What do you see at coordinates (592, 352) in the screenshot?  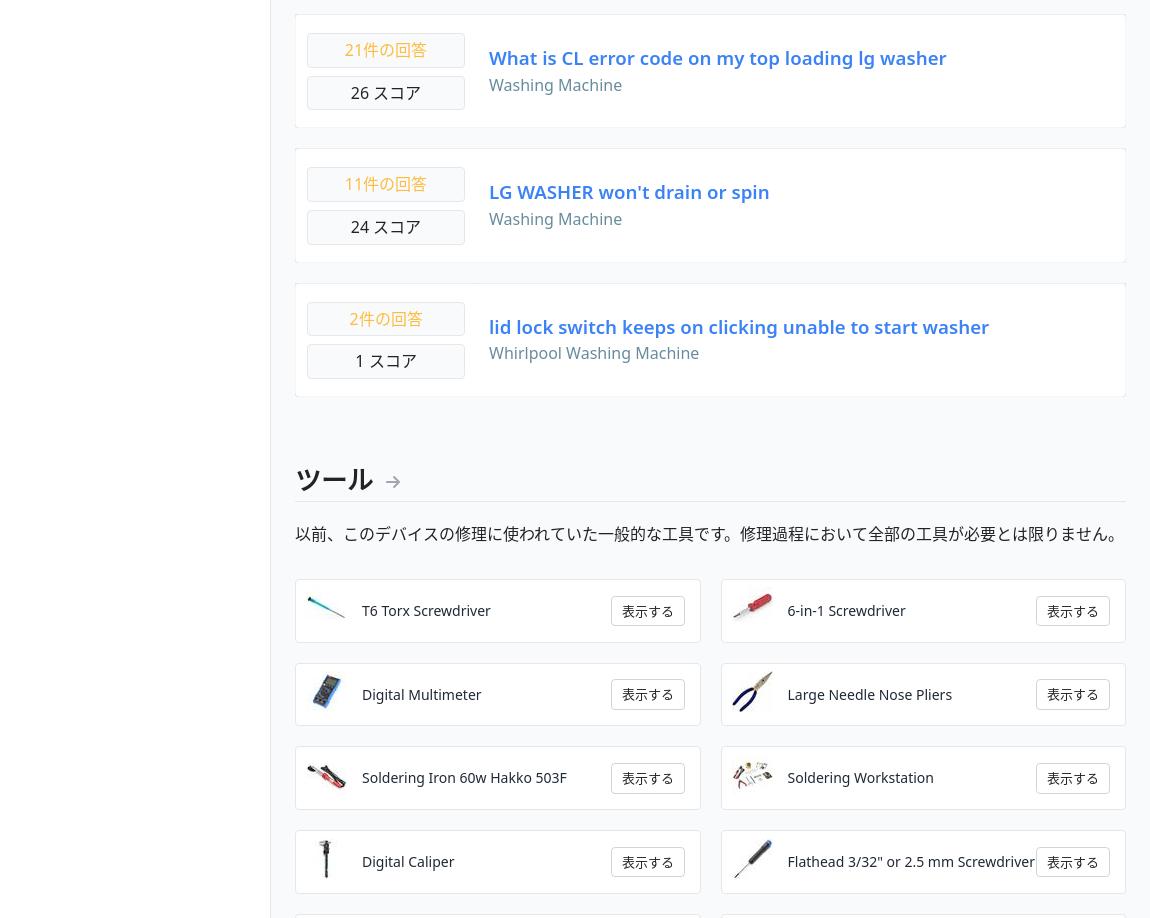 I see `'Whirlpool Washing Machine'` at bounding box center [592, 352].